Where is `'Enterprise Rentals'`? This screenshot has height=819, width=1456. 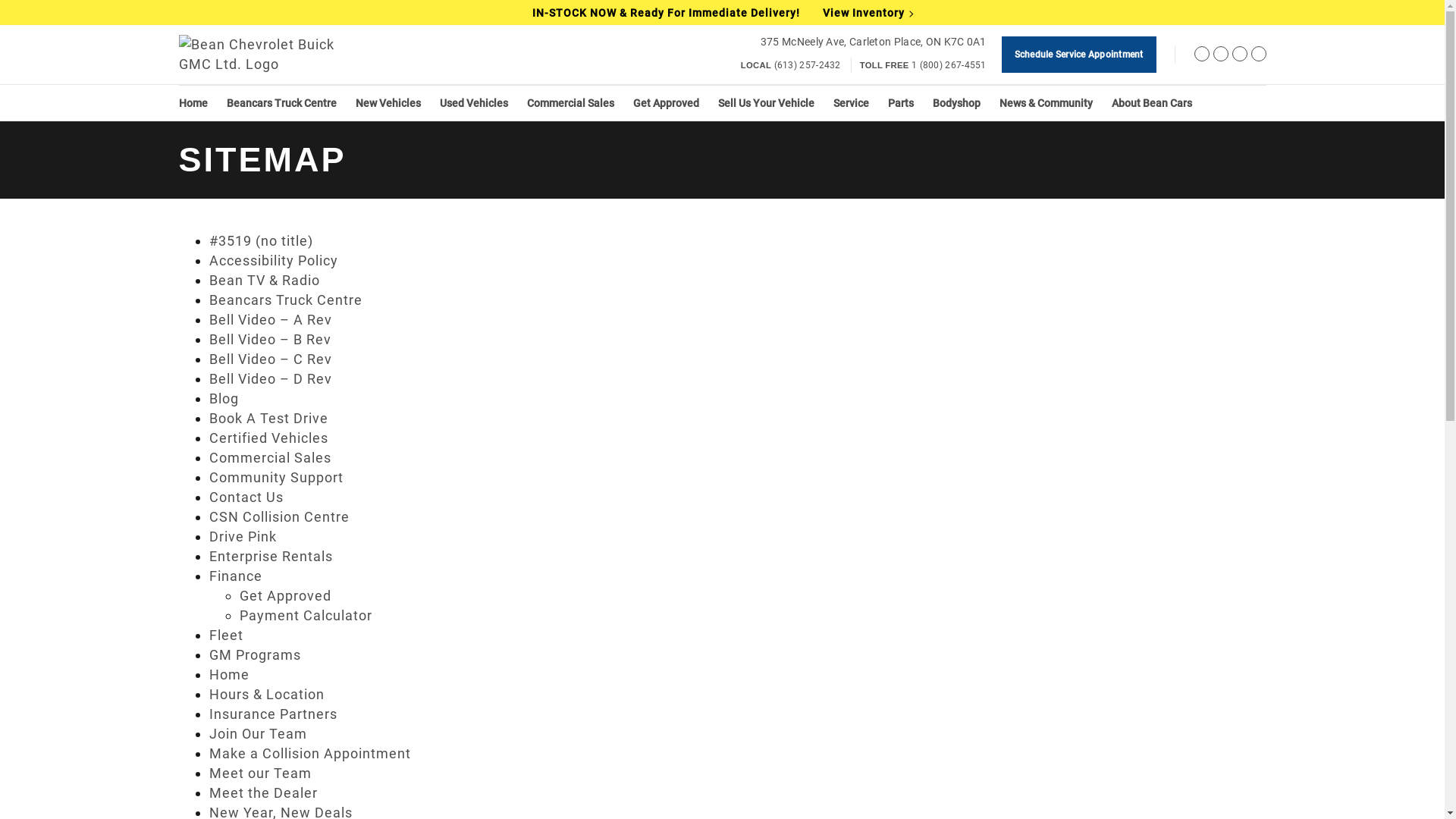 'Enterprise Rentals' is located at coordinates (271, 556).